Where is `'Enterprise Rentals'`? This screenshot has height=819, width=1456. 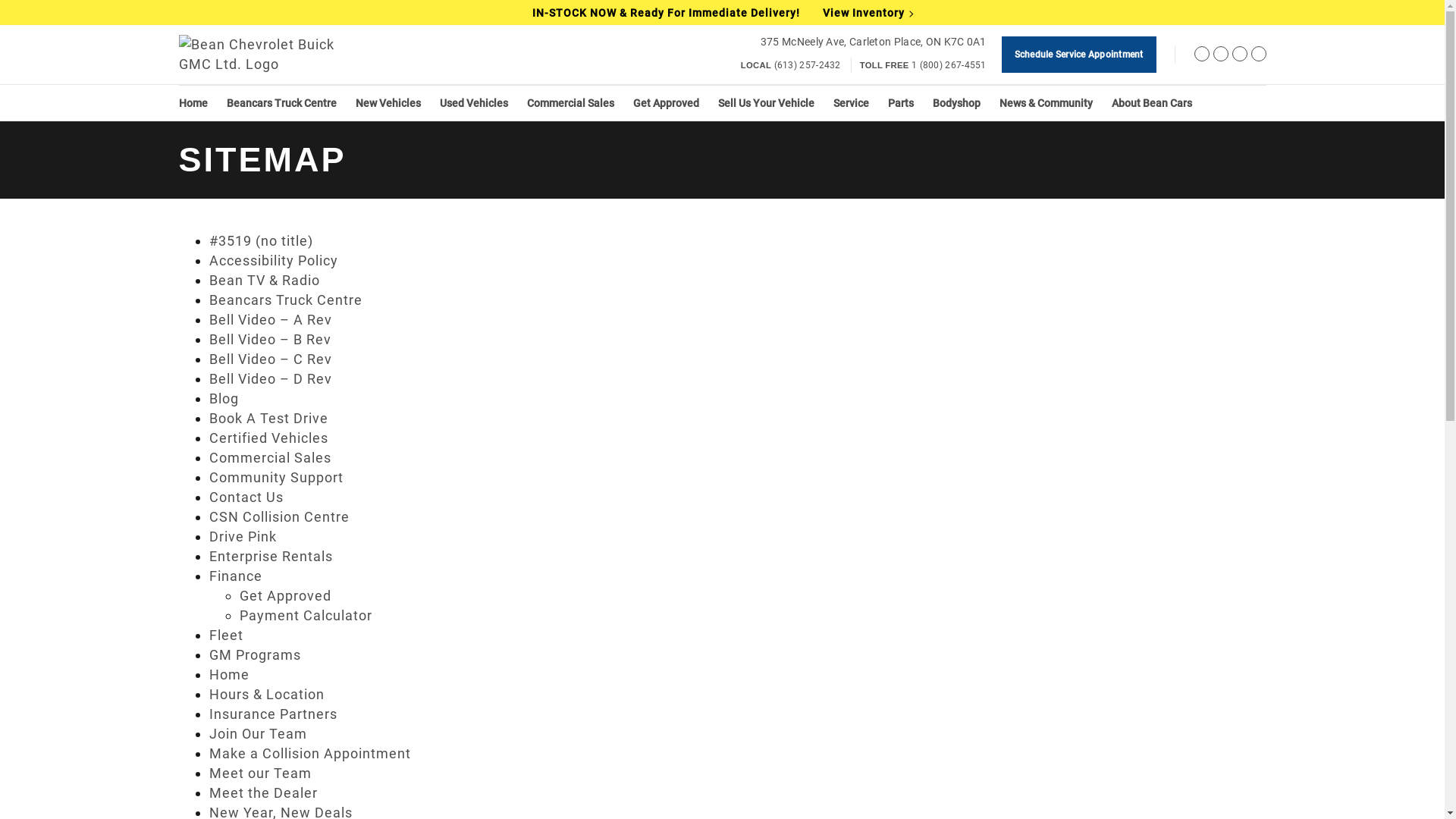 'Enterprise Rentals' is located at coordinates (271, 556).